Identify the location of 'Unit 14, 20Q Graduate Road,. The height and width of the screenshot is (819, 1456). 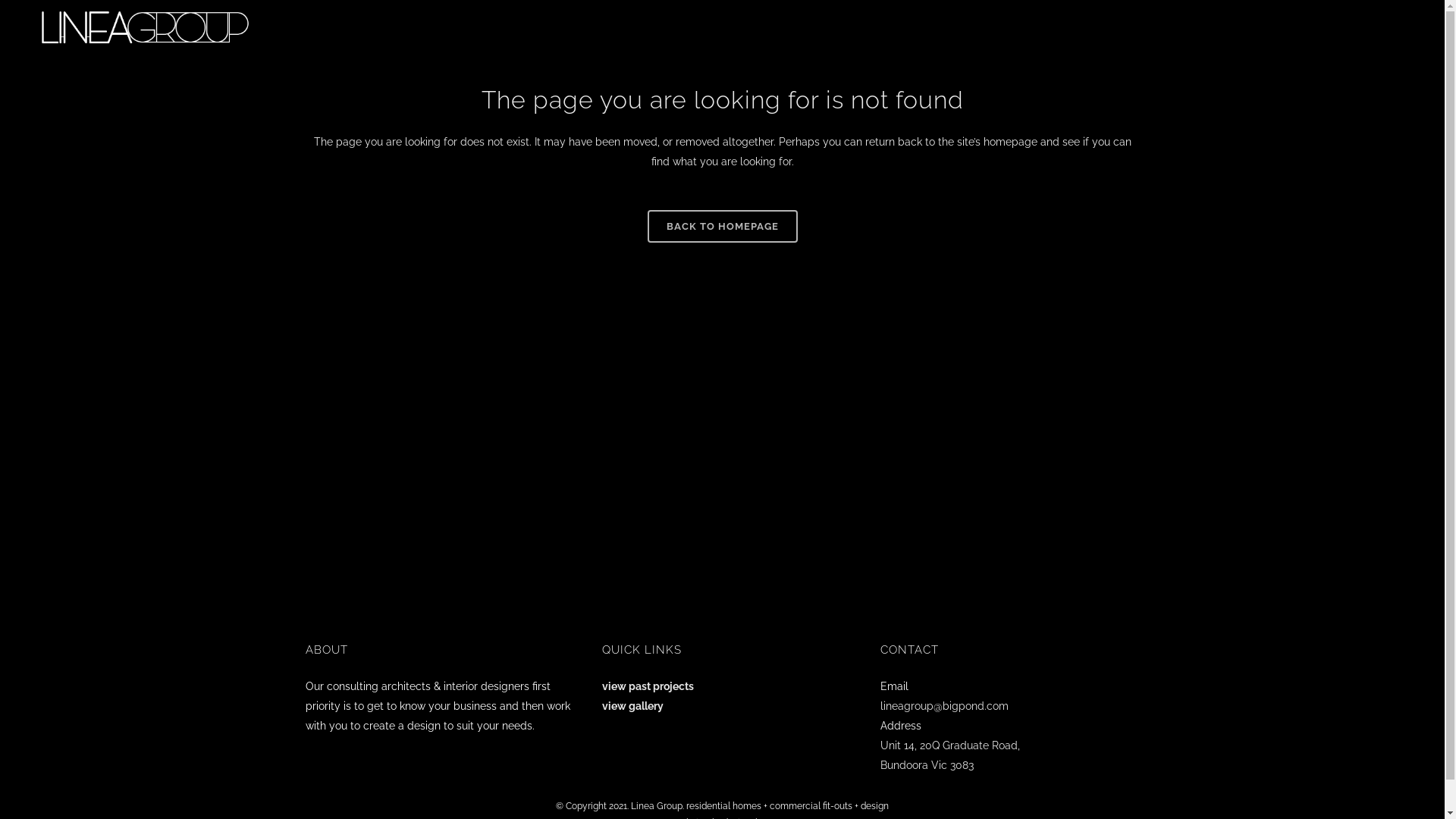
(949, 755).